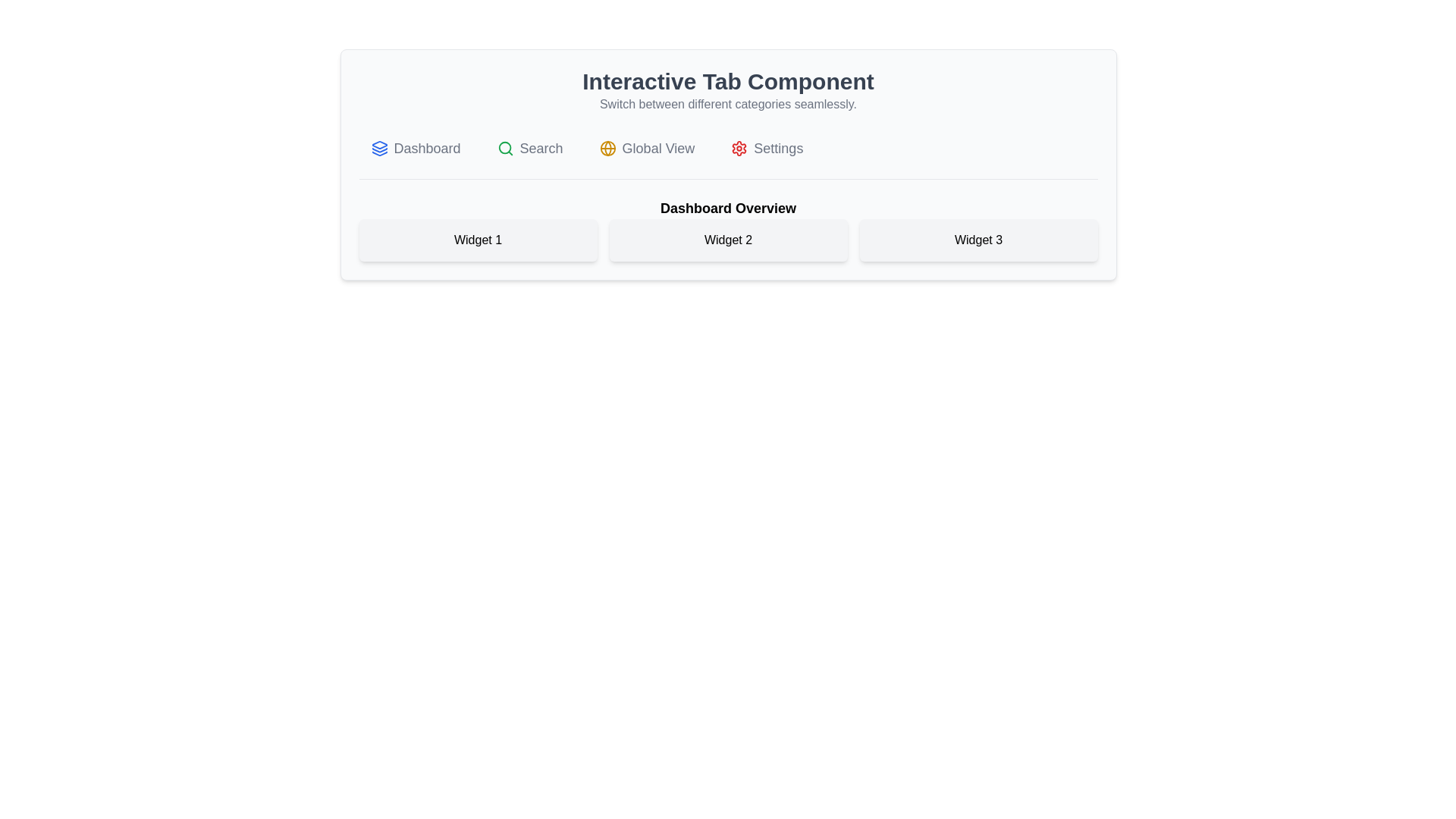 This screenshot has height=819, width=1456. What do you see at coordinates (530, 149) in the screenshot?
I see `the 'Search' button with a green circular search icon` at bounding box center [530, 149].